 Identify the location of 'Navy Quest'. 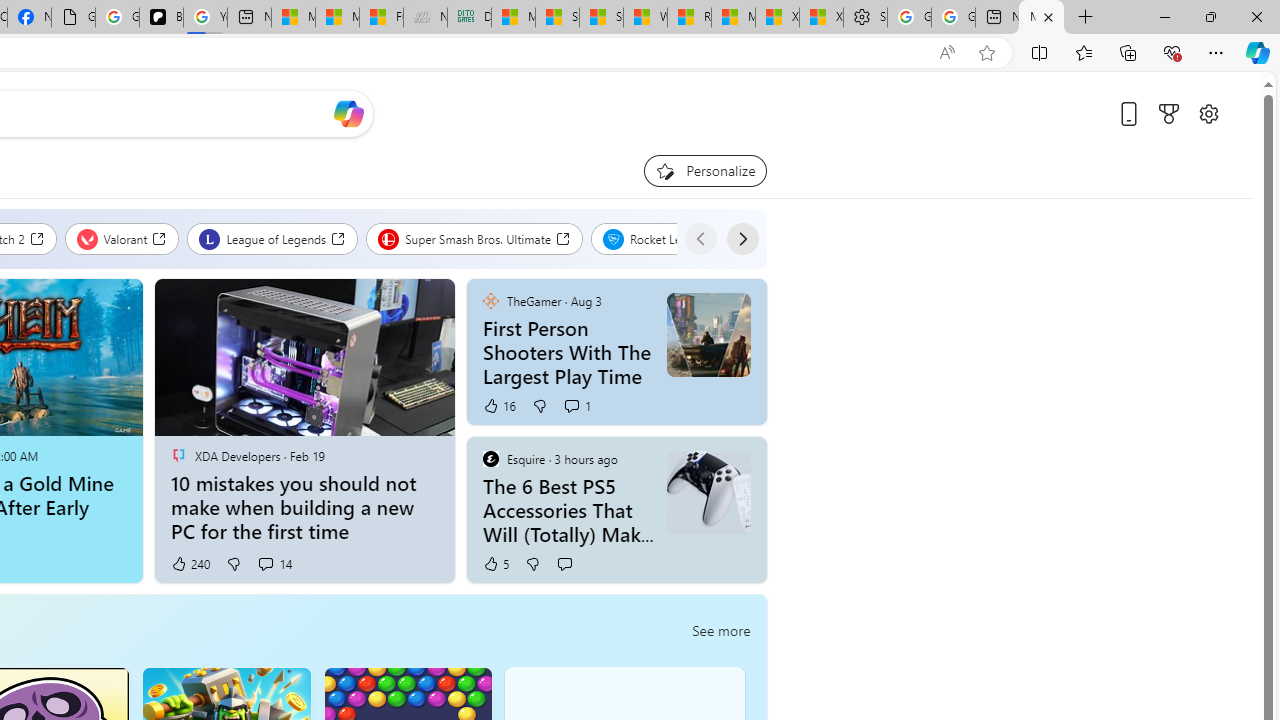
(424, 17).